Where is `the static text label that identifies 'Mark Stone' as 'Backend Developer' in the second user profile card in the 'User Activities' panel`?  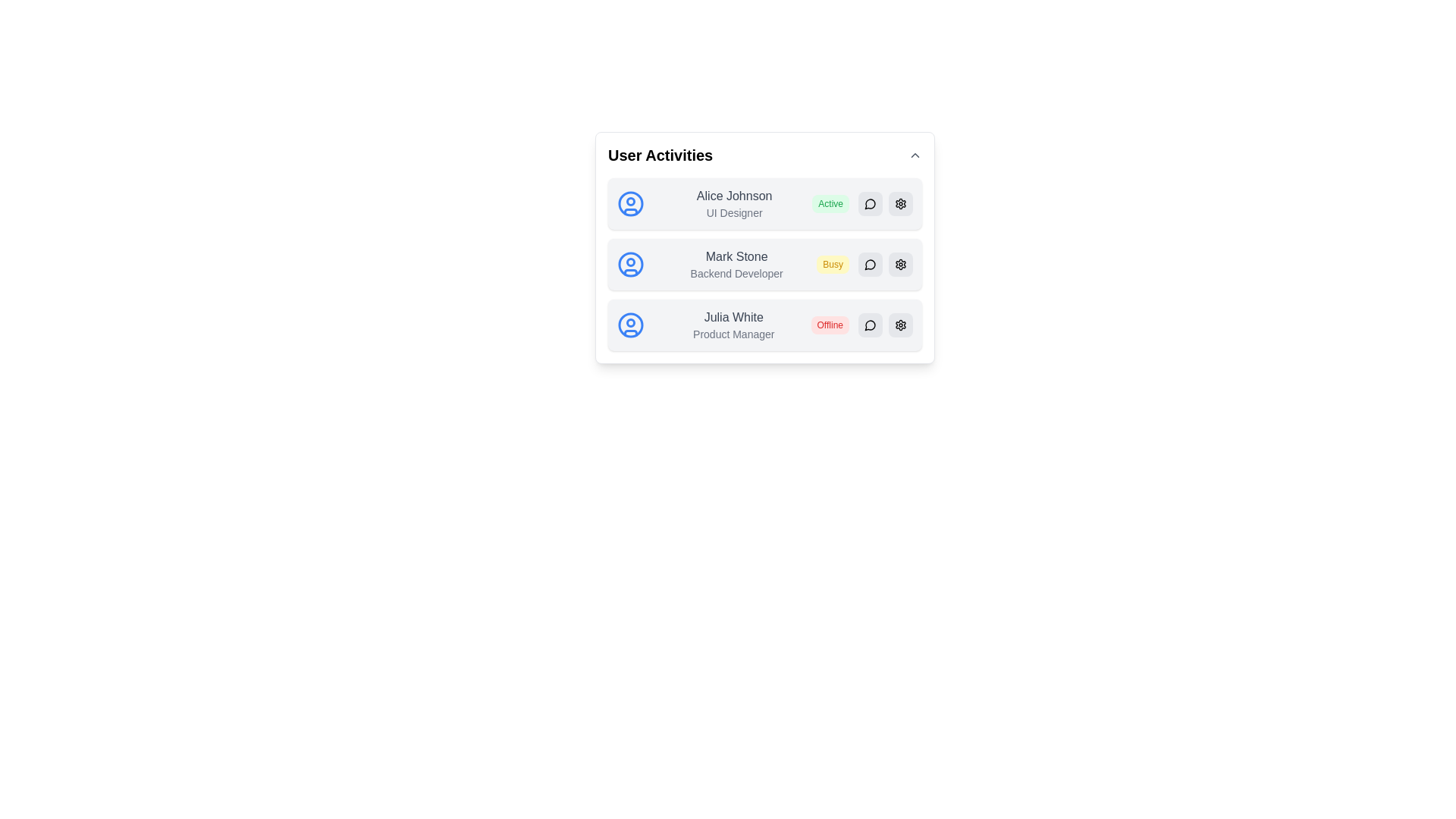
the static text label that identifies 'Mark Stone' as 'Backend Developer' in the second user profile card in the 'User Activities' panel is located at coordinates (736, 274).